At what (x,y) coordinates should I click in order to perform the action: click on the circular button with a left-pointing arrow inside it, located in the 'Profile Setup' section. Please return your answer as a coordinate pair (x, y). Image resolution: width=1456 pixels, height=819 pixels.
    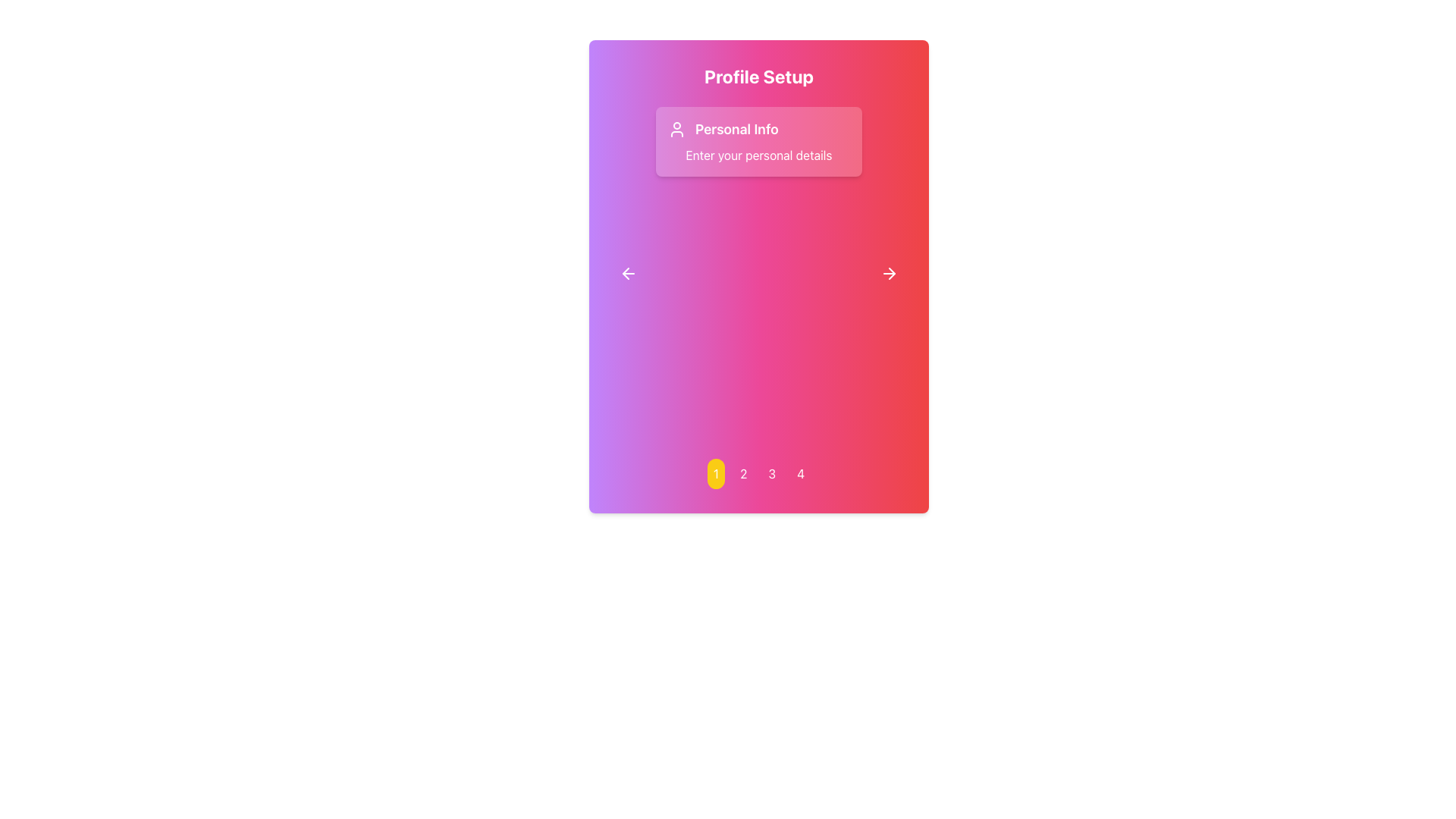
    Looking at the image, I should click on (629, 274).